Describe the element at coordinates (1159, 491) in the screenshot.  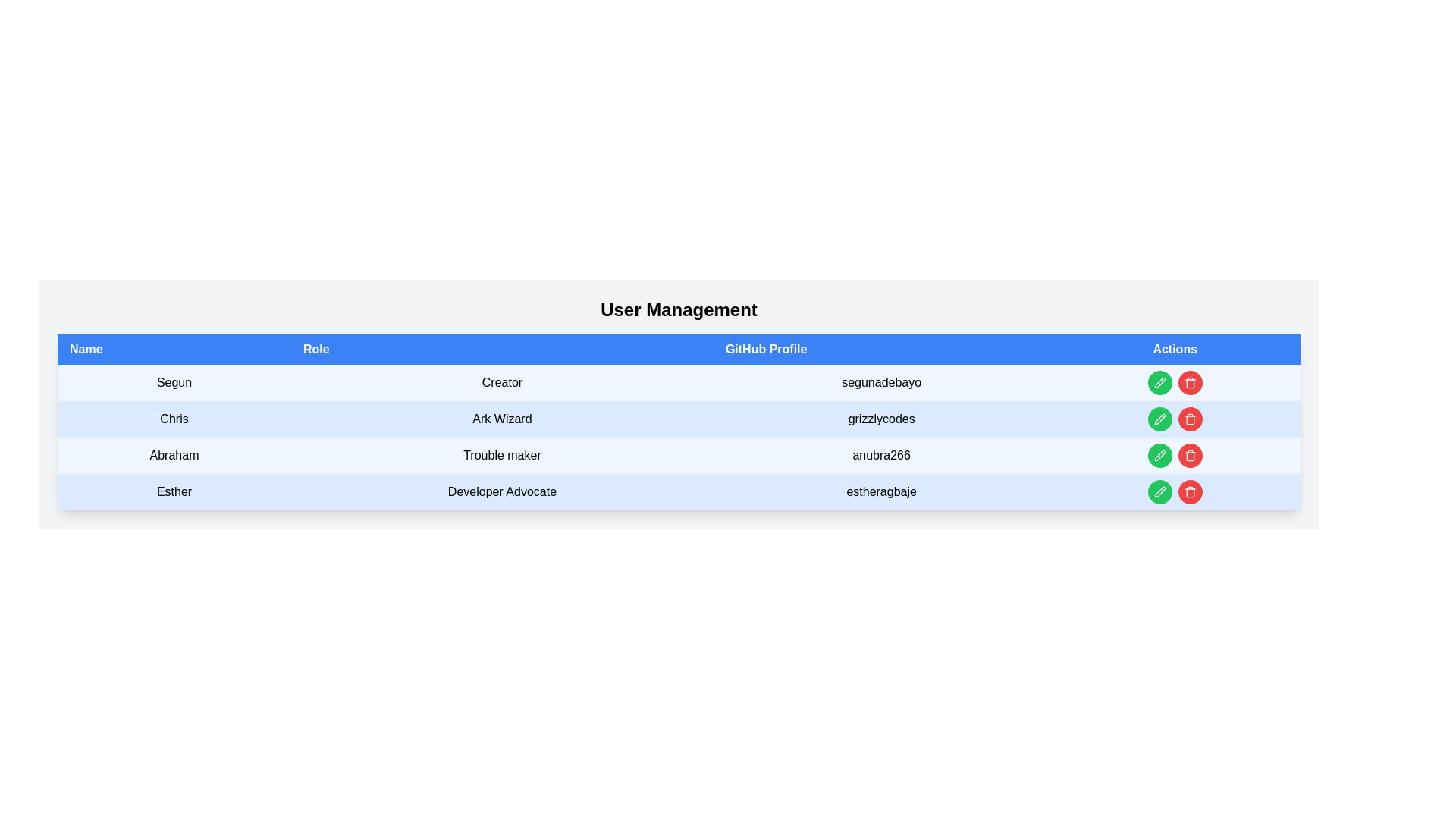
I see `the edit button located in the 'Actions' column of the table for the row with 'Esther' in the 'Name' column, which is the first button in the action panel next to a red circular trash icon` at that location.